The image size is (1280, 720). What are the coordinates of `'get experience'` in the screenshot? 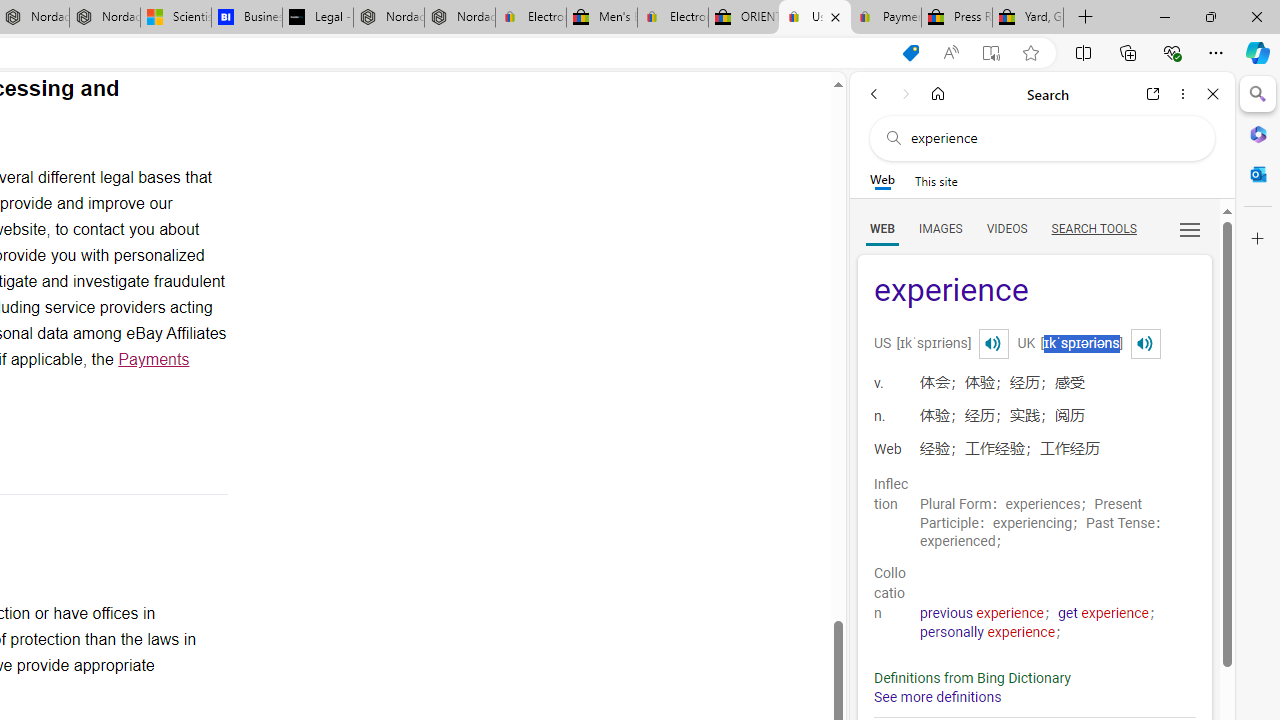 It's located at (1103, 612).